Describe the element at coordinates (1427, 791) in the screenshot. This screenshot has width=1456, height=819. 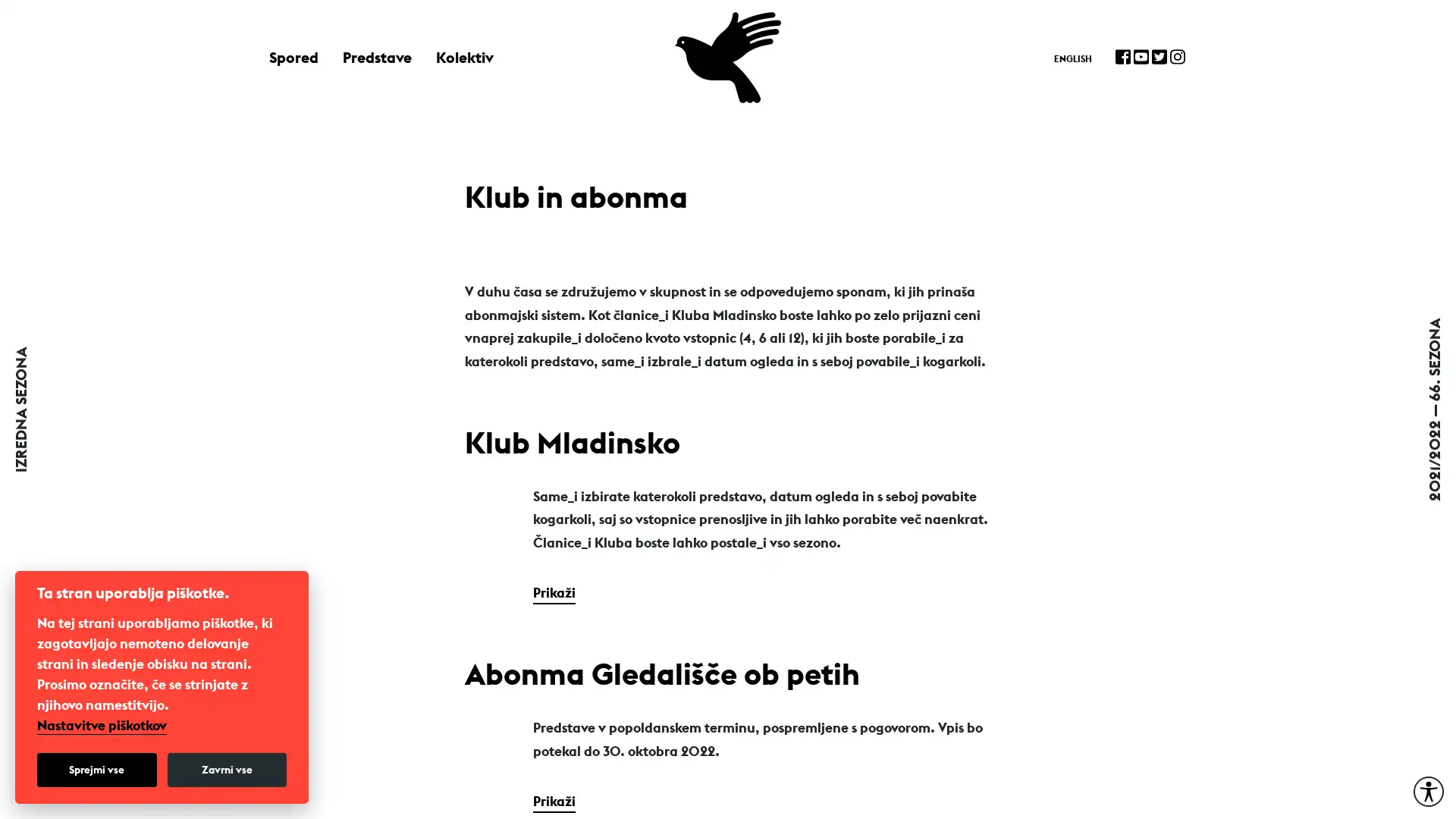
I see `Moznosti za dostopnost` at that location.